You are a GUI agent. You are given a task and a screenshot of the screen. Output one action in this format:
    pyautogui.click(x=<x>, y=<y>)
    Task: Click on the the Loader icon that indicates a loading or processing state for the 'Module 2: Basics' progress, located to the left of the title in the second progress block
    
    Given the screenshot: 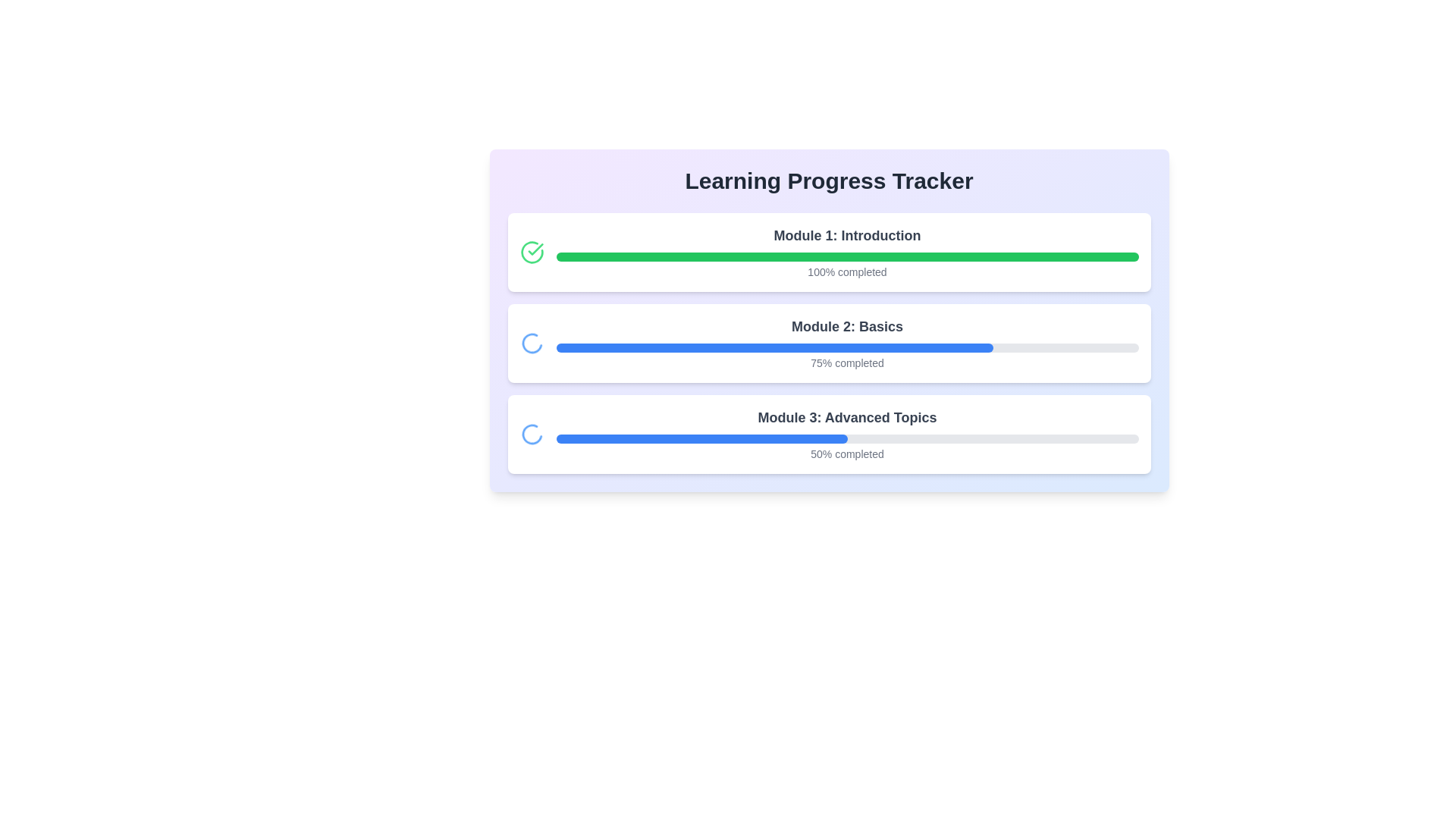 What is the action you would take?
    pyautogui.click(x=532, y=343)
    